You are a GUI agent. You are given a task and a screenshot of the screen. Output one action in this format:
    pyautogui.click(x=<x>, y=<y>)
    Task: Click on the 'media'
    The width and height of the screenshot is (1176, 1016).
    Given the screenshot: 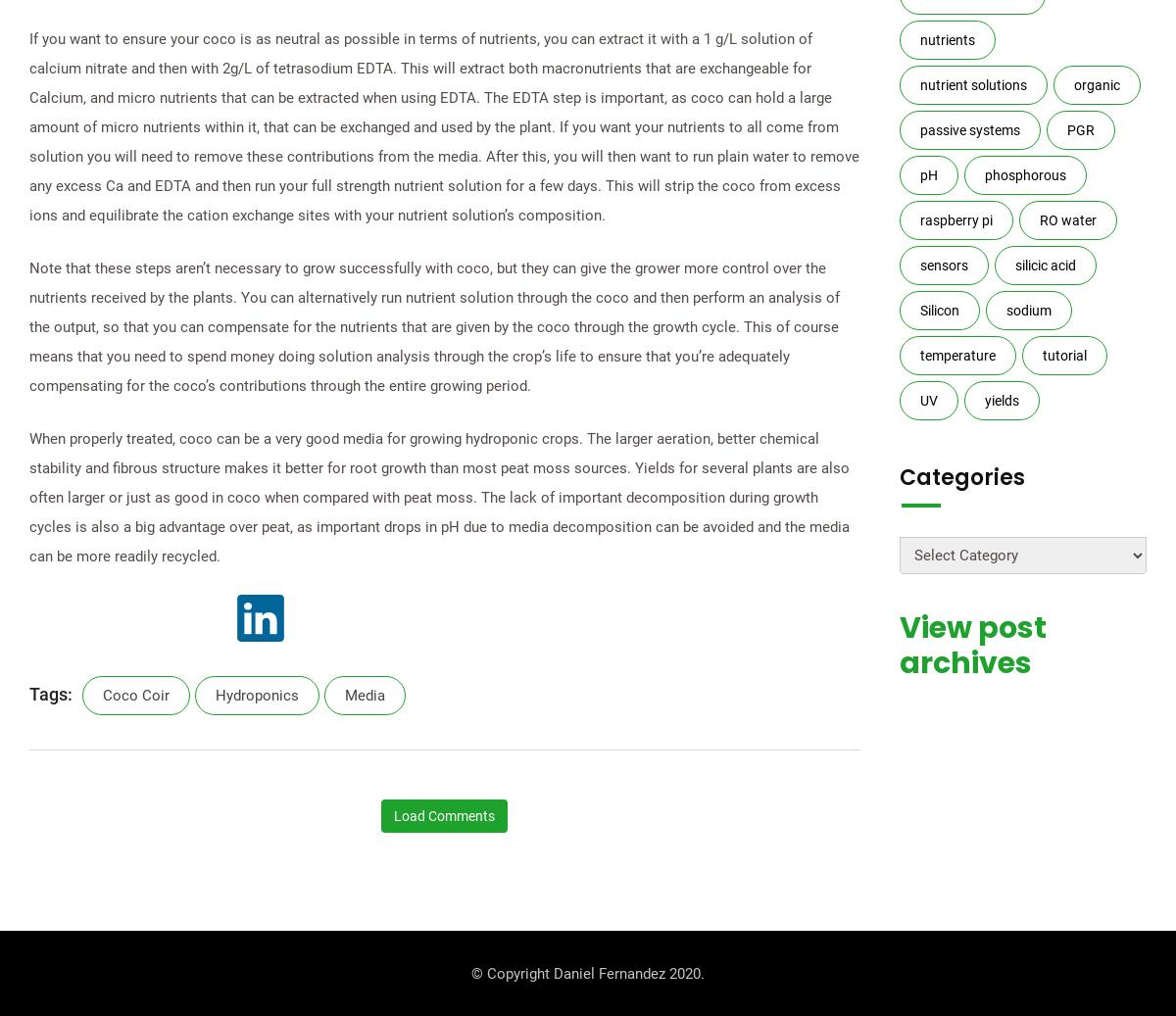 What is the action you would take?
    pyautogui.click(x=344, y=694)
    